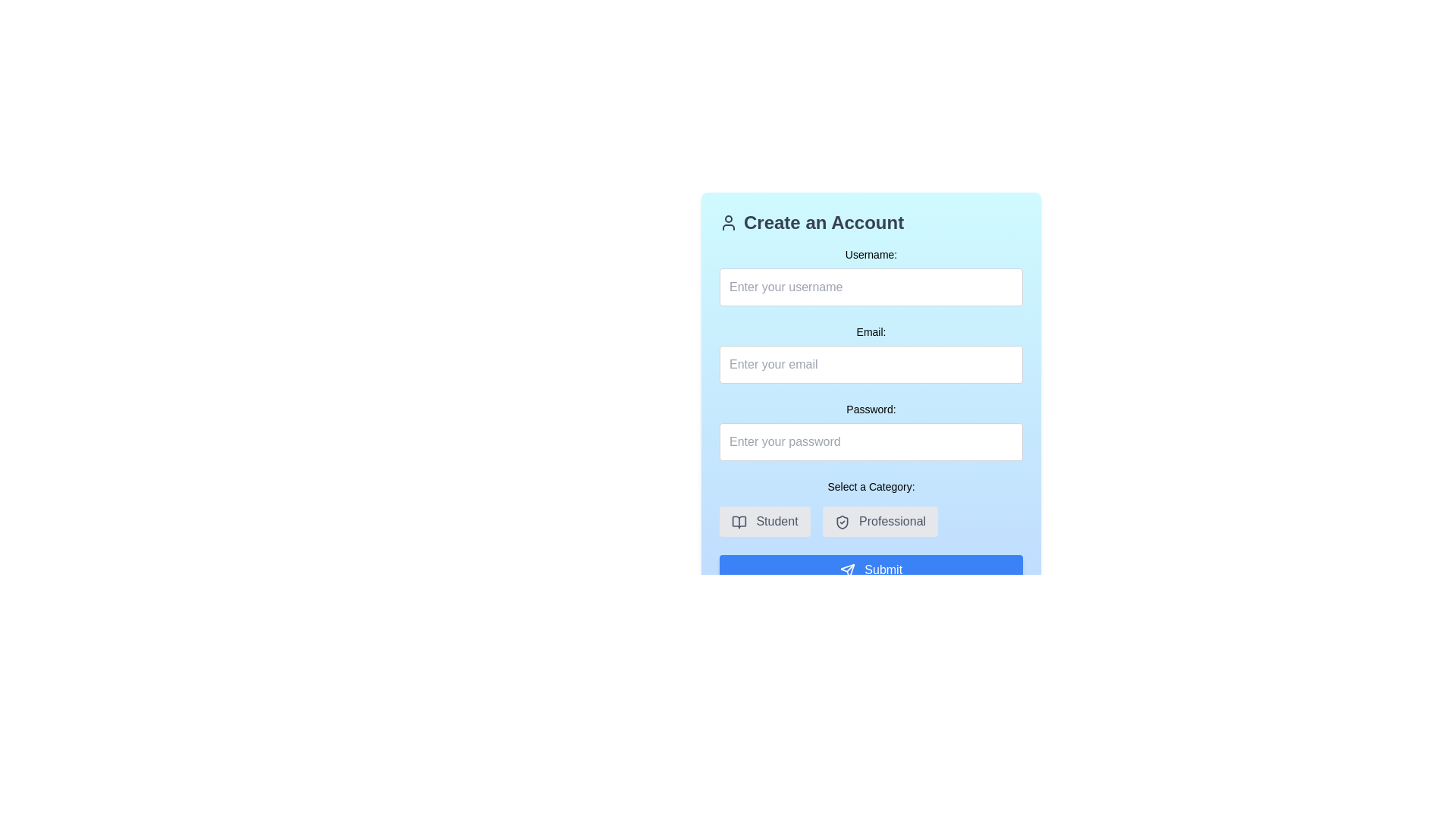  Describe the element at coordinates (841, 521) in the screenshot. I see `the SVG icon resembling a shield with a checkmark, which is positioned to the left of the 'Professional' label` at that location.